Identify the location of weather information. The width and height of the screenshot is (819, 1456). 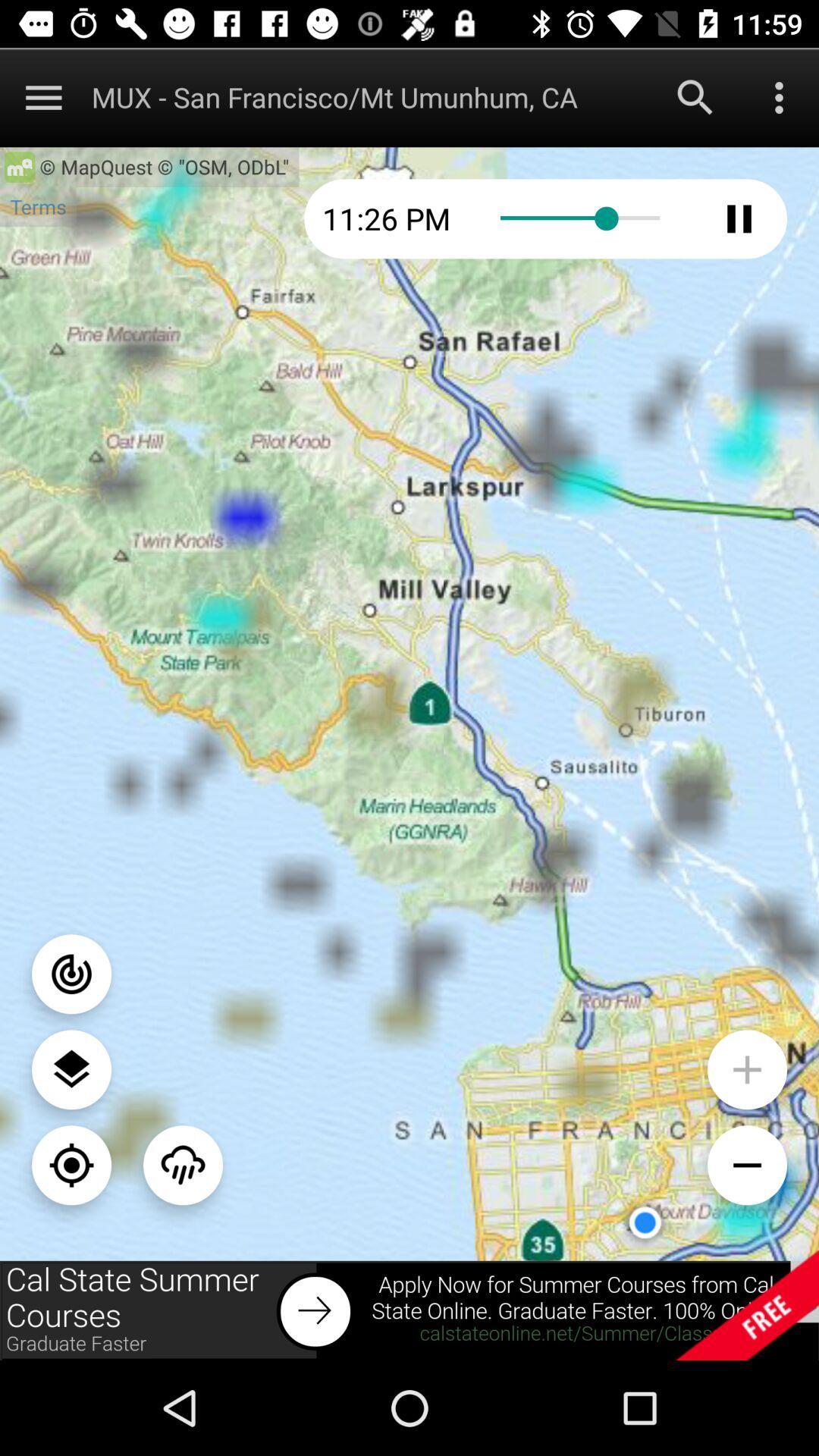
(182, 1164).